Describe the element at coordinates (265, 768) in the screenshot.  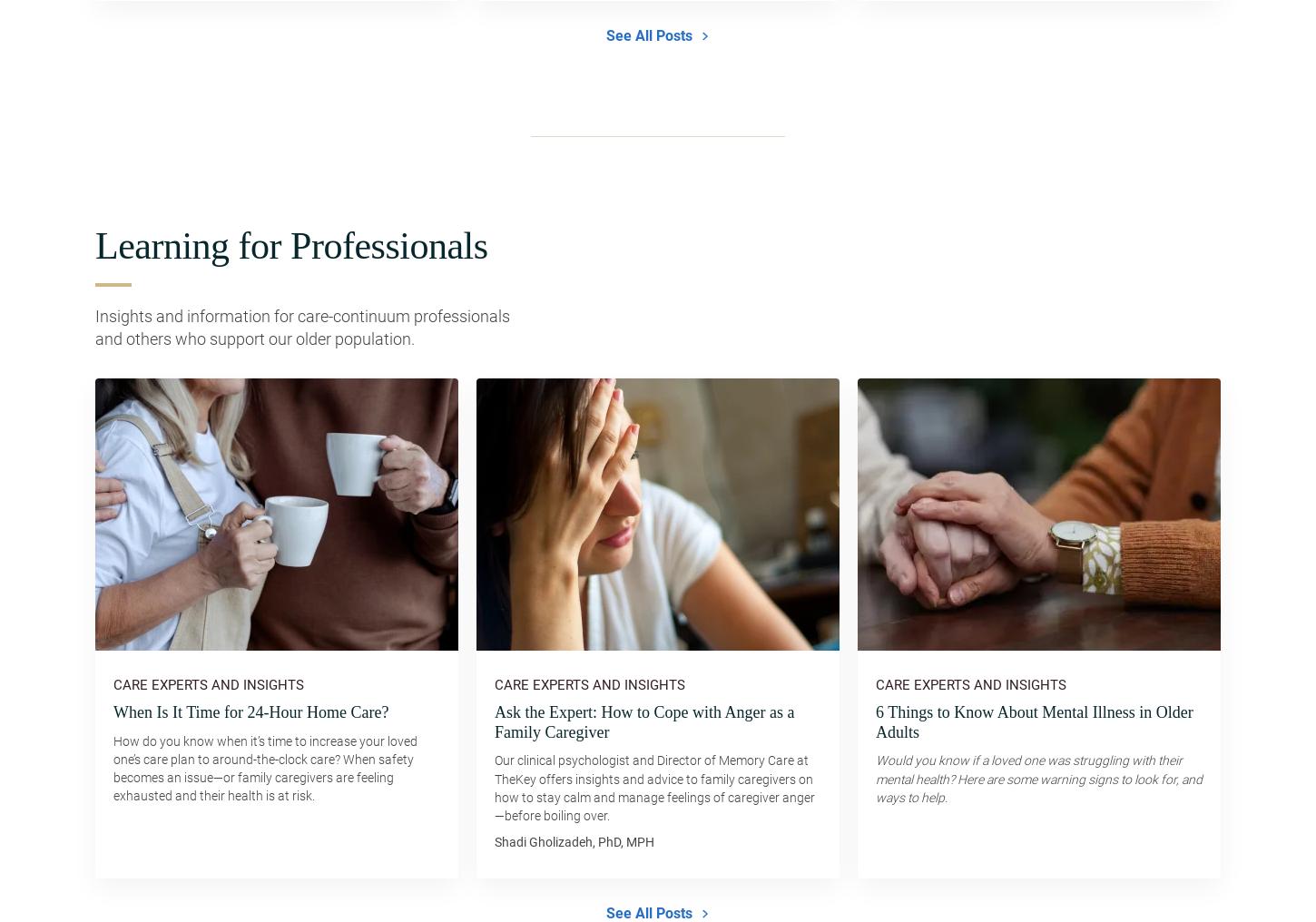
I see `'How do you know when it’s time to increase your loved one’s care plan to around-the-clock care? When safety becomes an issue—or family caregivers are feeling exhausted and their health is at risk.'` at that location.